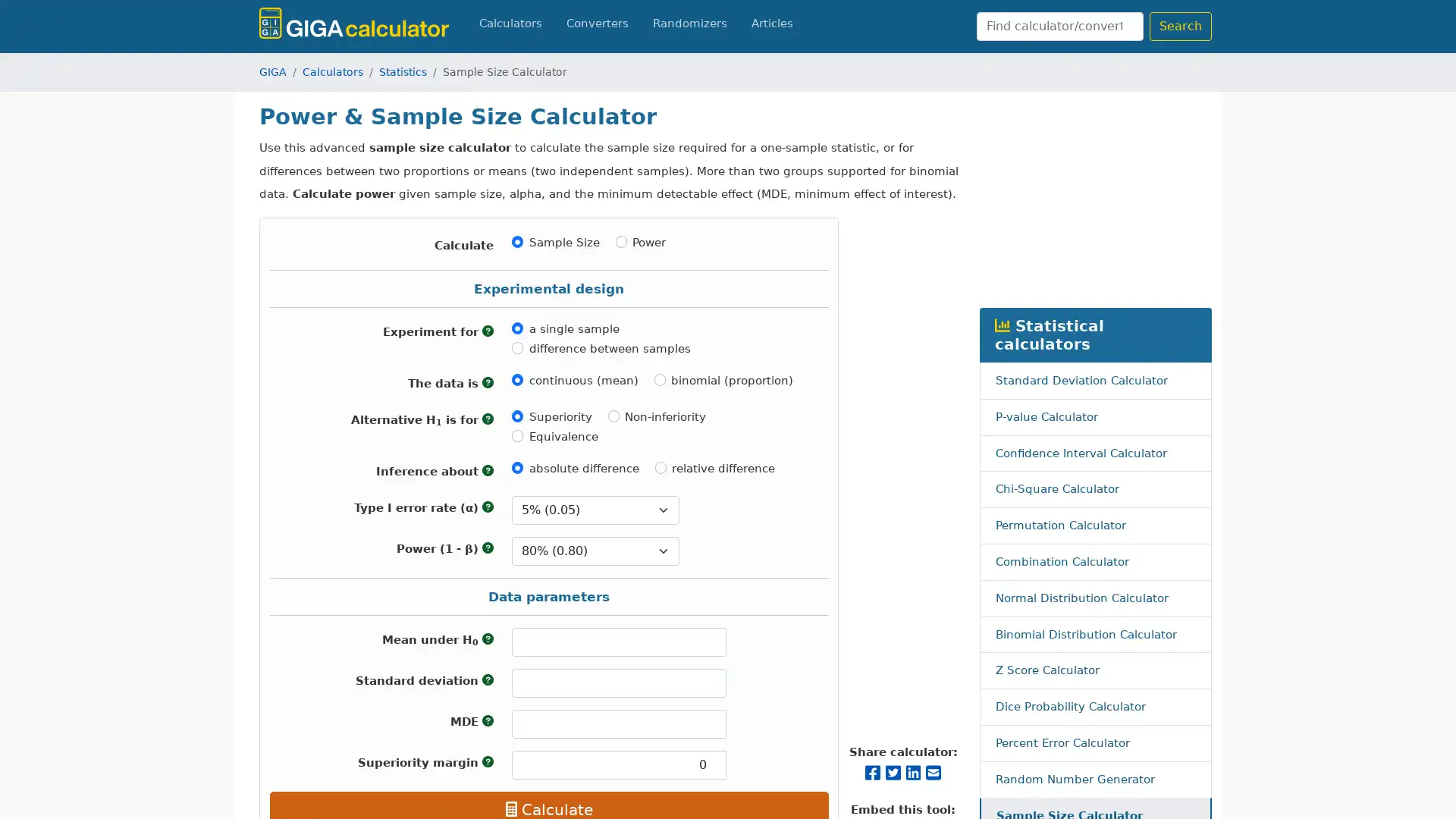 This screenshot has width=1456, height=819. I want to click on Help: Mean under H0, so click(487, 639).